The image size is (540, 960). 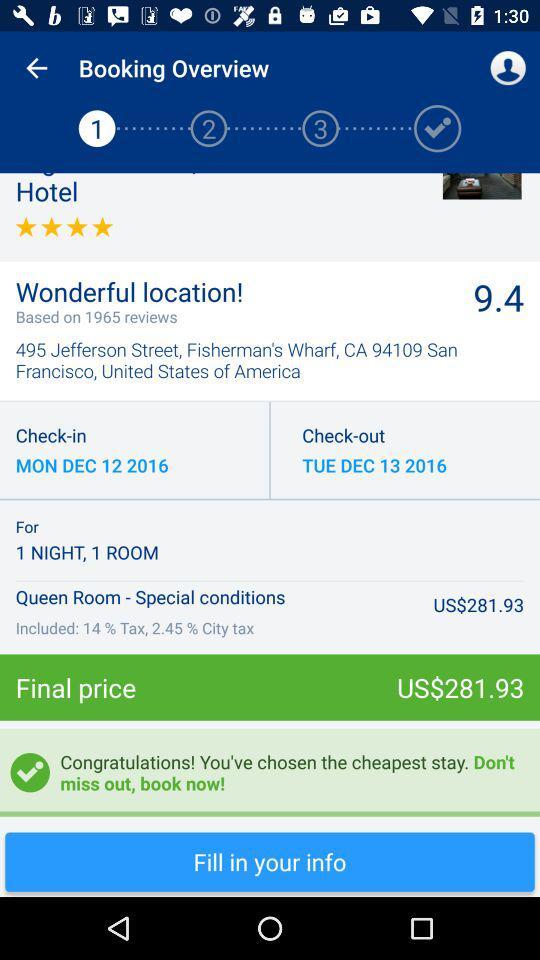 What do you see at coordinates (270, 861) in the screenshot?
I see `fill in your info` at bounding box center [270, 861].